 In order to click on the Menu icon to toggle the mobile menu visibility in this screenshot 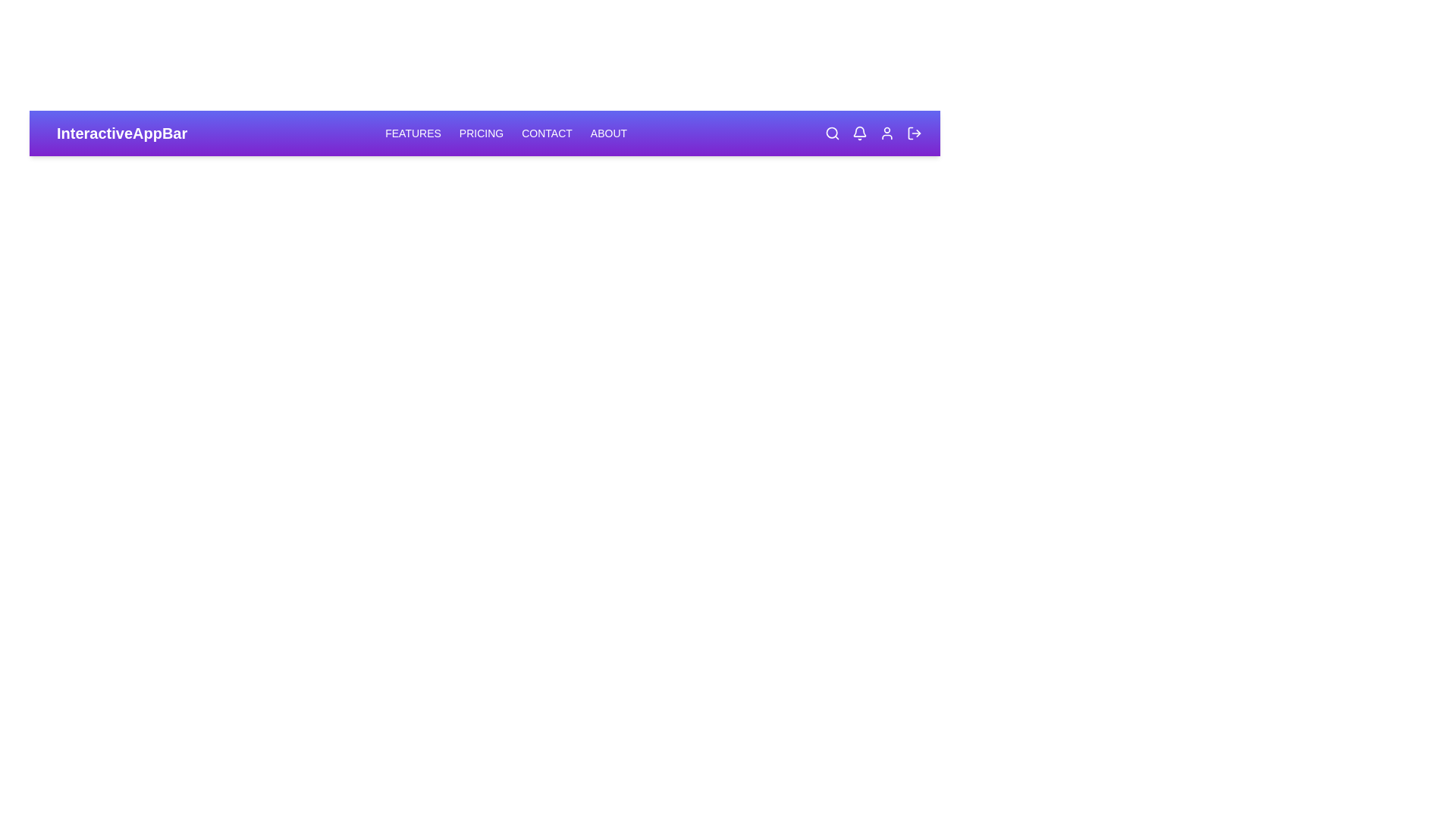, I will do `click(37, 113)`.